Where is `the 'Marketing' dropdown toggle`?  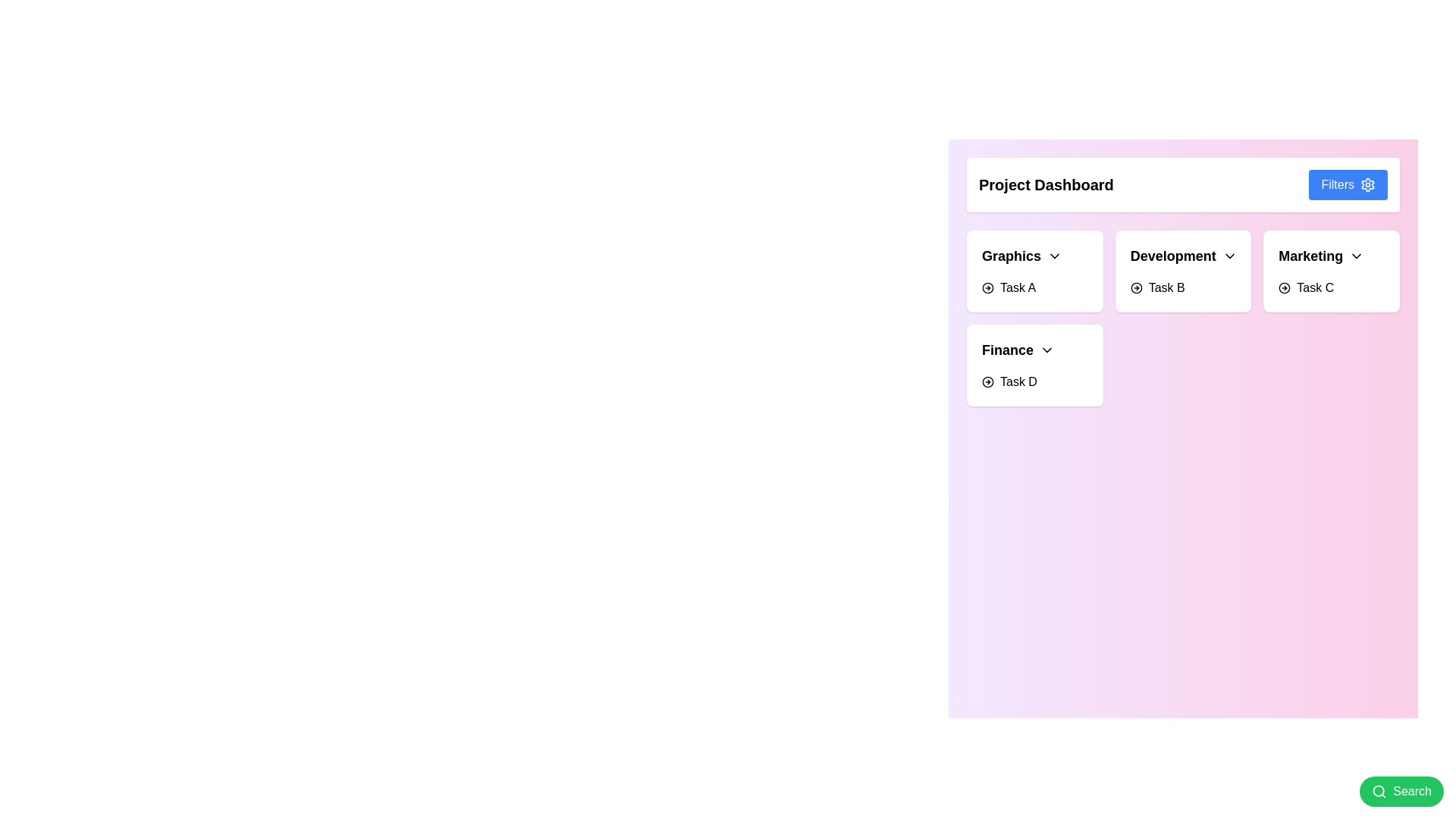 the 'Marketing' dropdown toggle is located at coordinates (1320, 256).